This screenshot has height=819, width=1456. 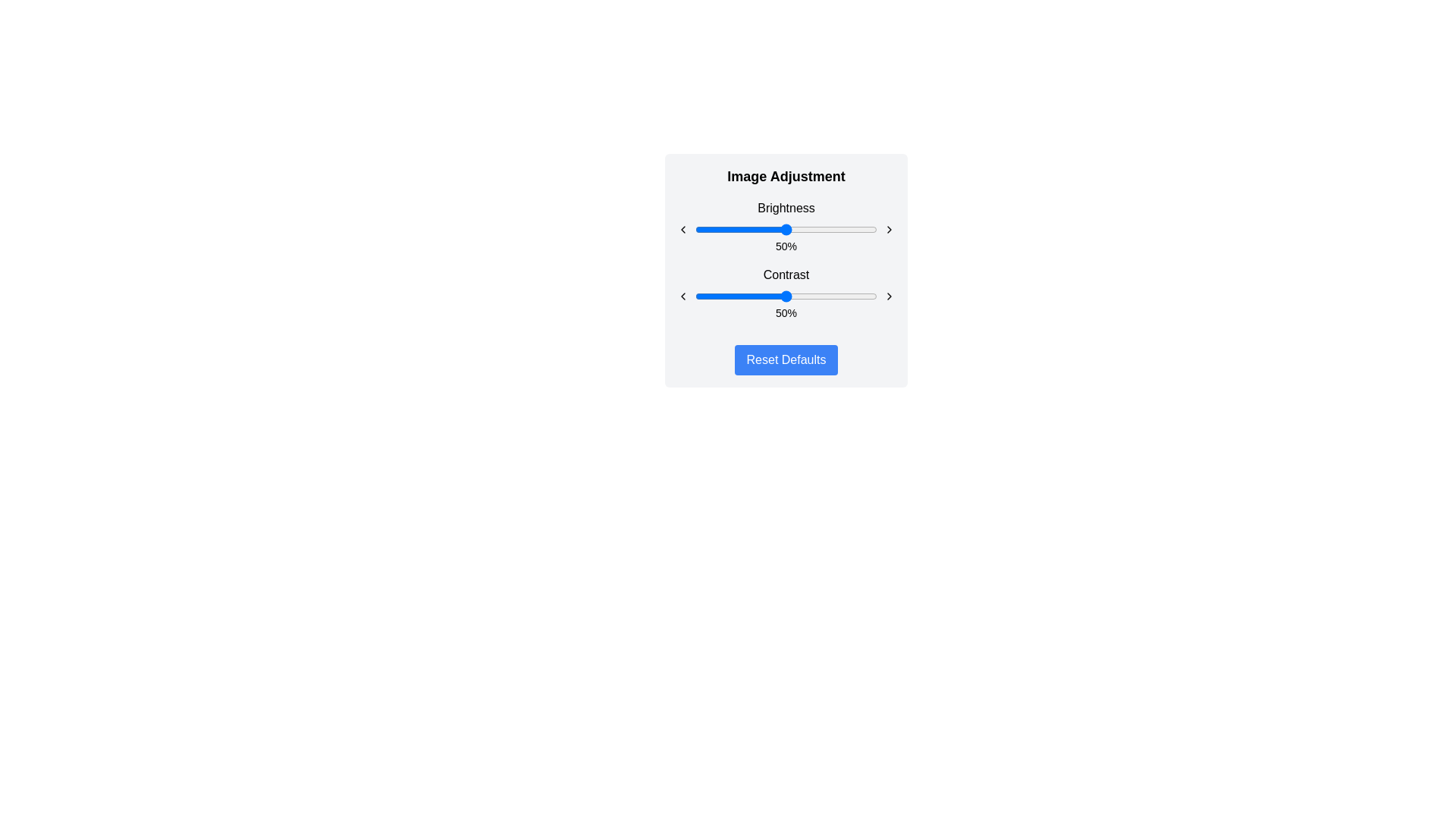 What do you see at coordinates (786, 359) in the screenshot?
I see `the reset button located at the bottom of the 'Image Adjustment' section to reset all image adjustment settings back to their default values` at bounding box center [786, 359].